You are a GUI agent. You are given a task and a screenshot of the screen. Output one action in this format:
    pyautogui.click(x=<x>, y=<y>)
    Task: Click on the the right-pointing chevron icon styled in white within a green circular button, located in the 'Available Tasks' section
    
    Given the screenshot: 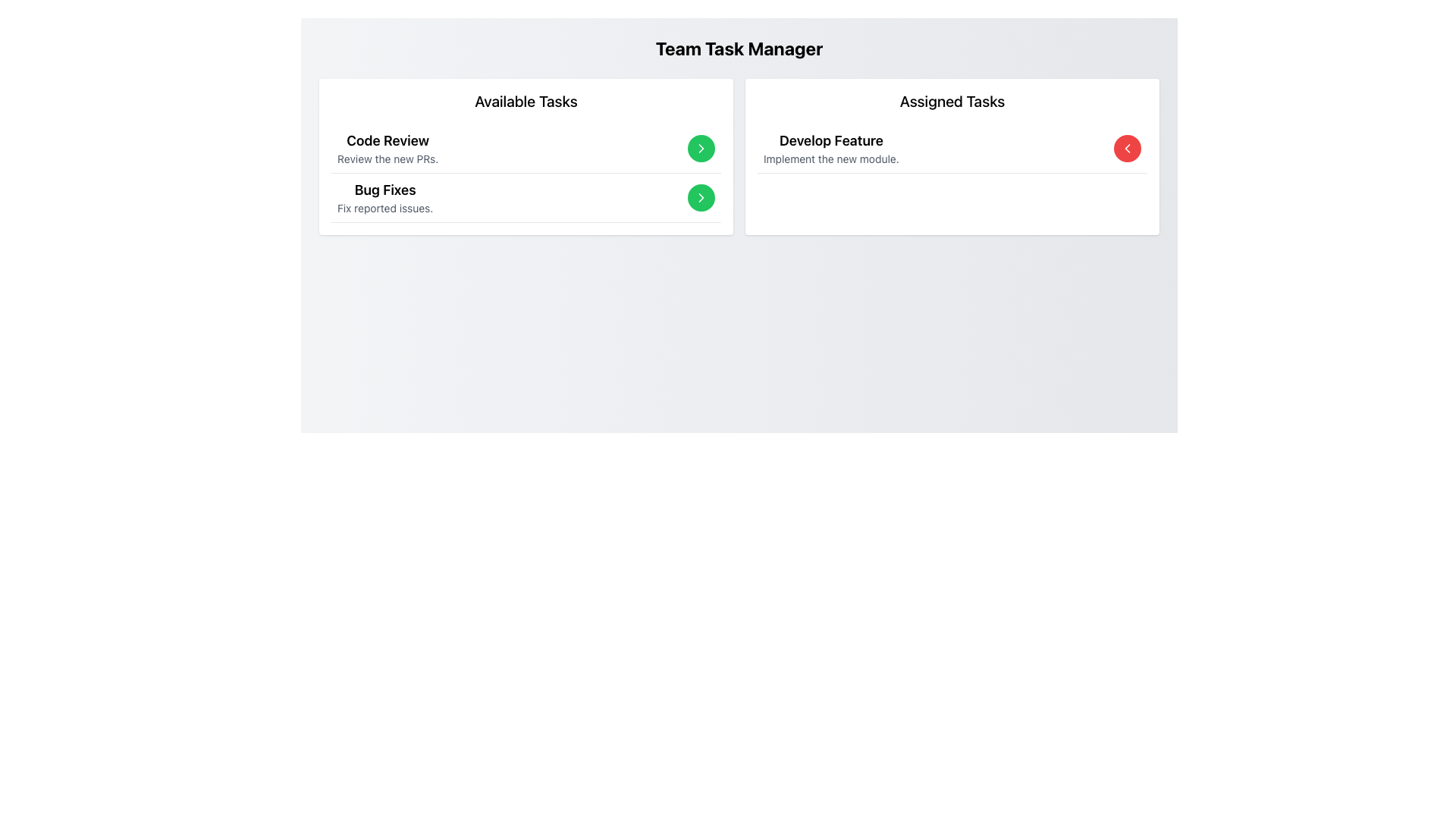 What is the action you would take?
    pyautogui.click(x=701, y=149)
    